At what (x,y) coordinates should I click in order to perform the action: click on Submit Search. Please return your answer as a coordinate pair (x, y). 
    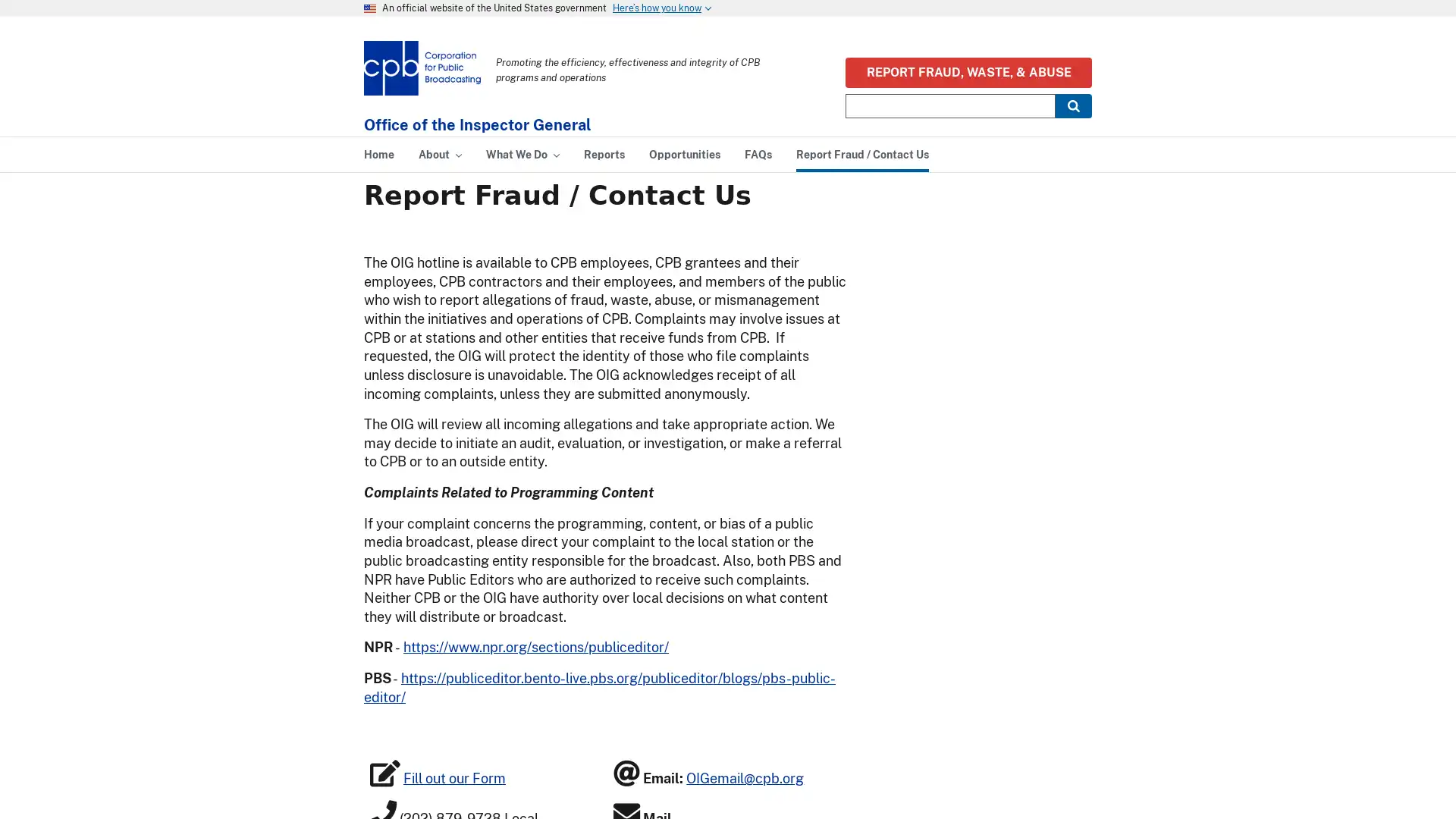
    Looking at the image, I should click on (1073, 104).